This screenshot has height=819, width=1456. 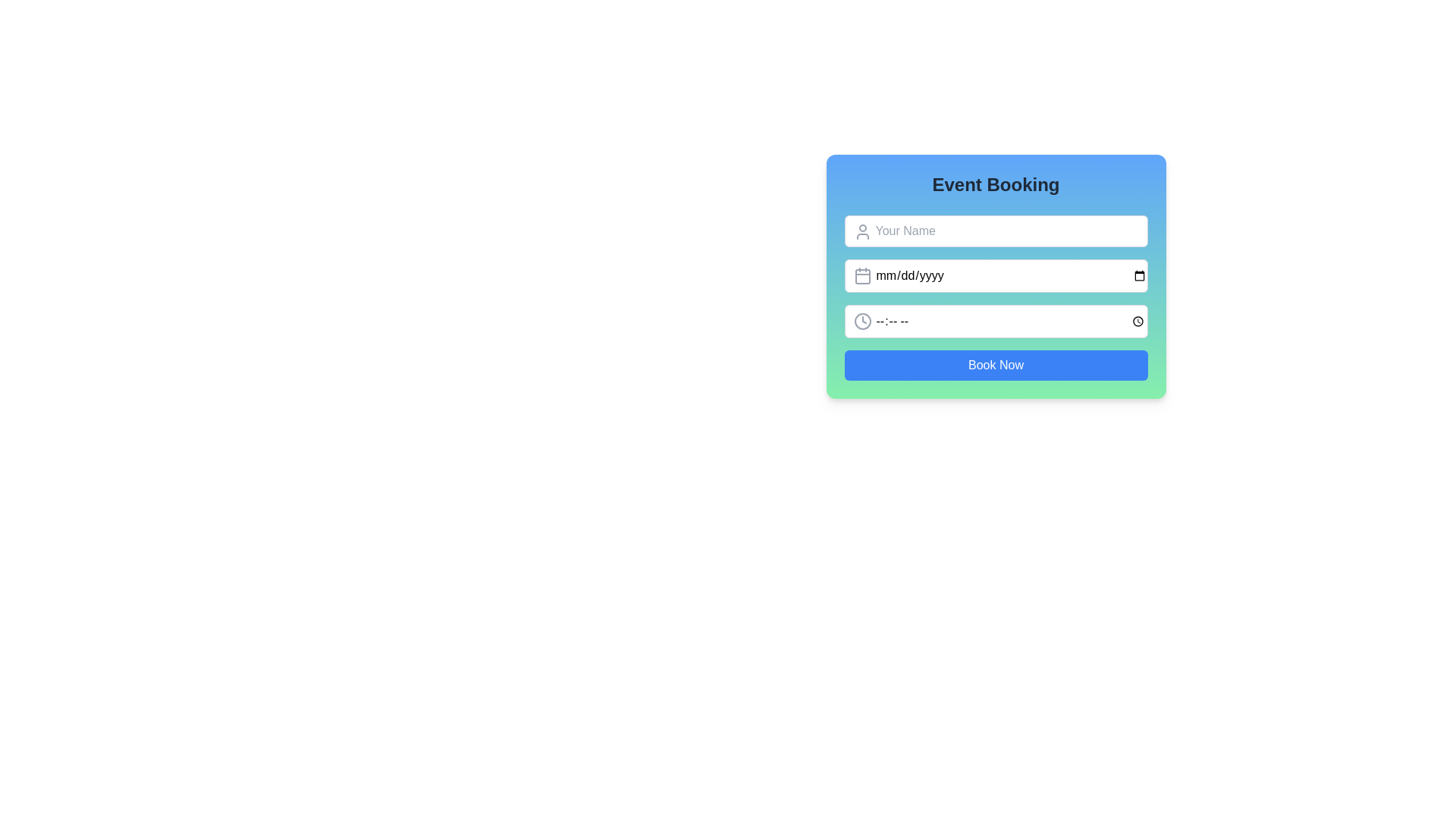 What do you see at coordinates (862, 321) in the screenshot?
I see `the SVG Circle that forms the exterior of the clock-like icon, which has a light gray outline and surrounds the clock's hands` at bounding box center [862, 321].